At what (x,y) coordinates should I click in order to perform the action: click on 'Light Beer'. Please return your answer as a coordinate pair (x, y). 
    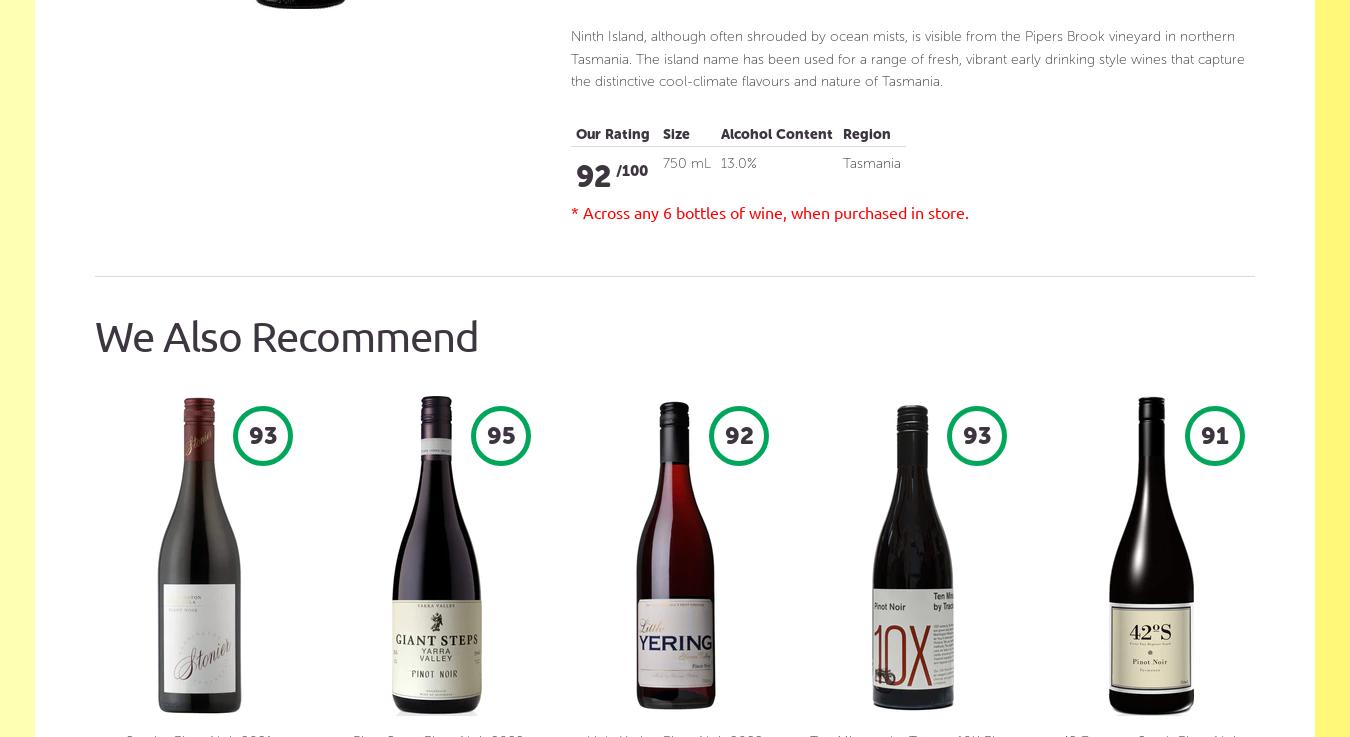
    Looking at the image, I should click on (782, 79).